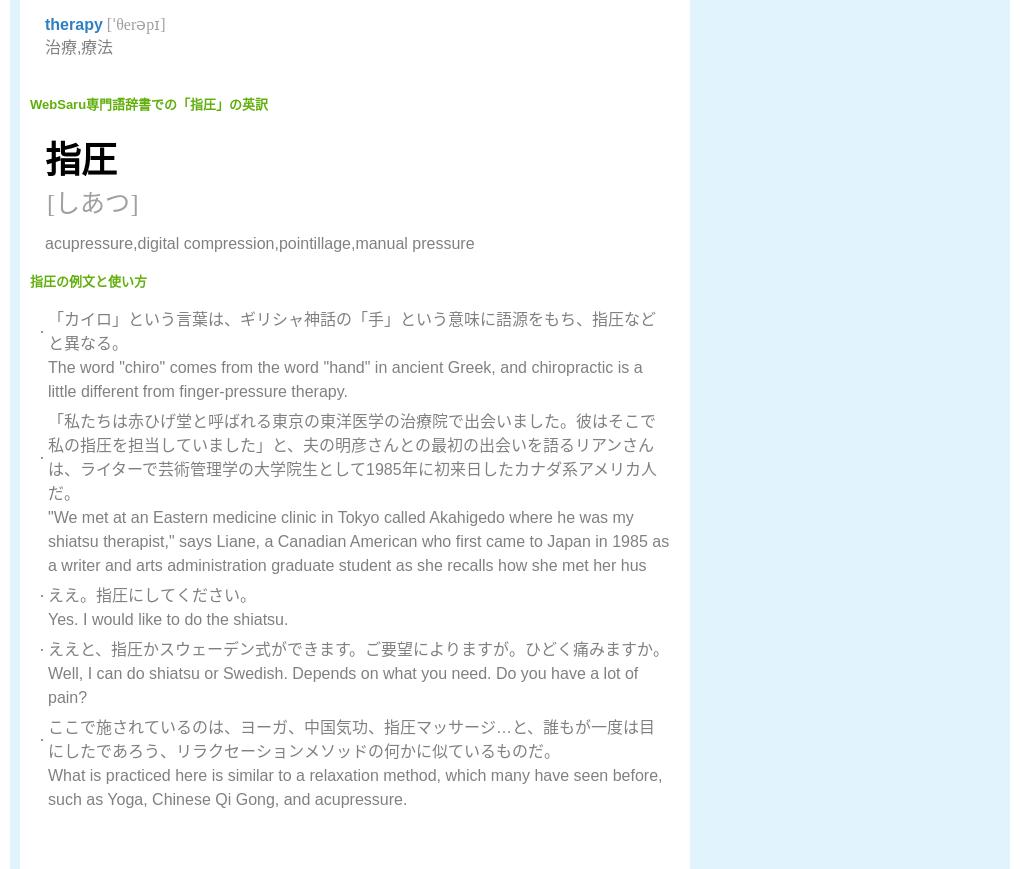 The height and width of the screenshot is (869, 1020). I want to click on '治療,療法', so click(79, 46).